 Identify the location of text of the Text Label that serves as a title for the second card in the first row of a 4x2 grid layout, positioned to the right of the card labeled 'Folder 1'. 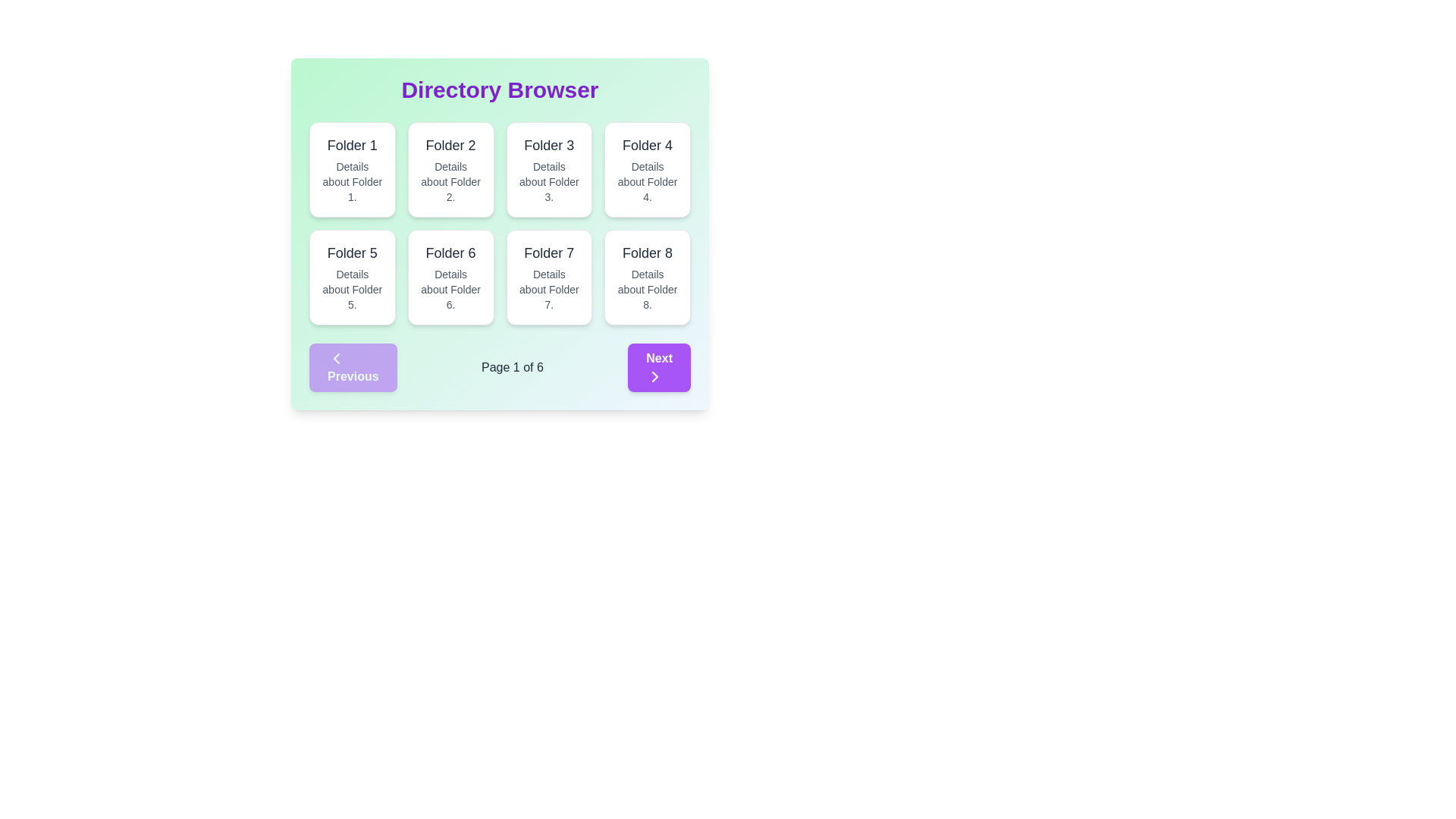
(450, 146).